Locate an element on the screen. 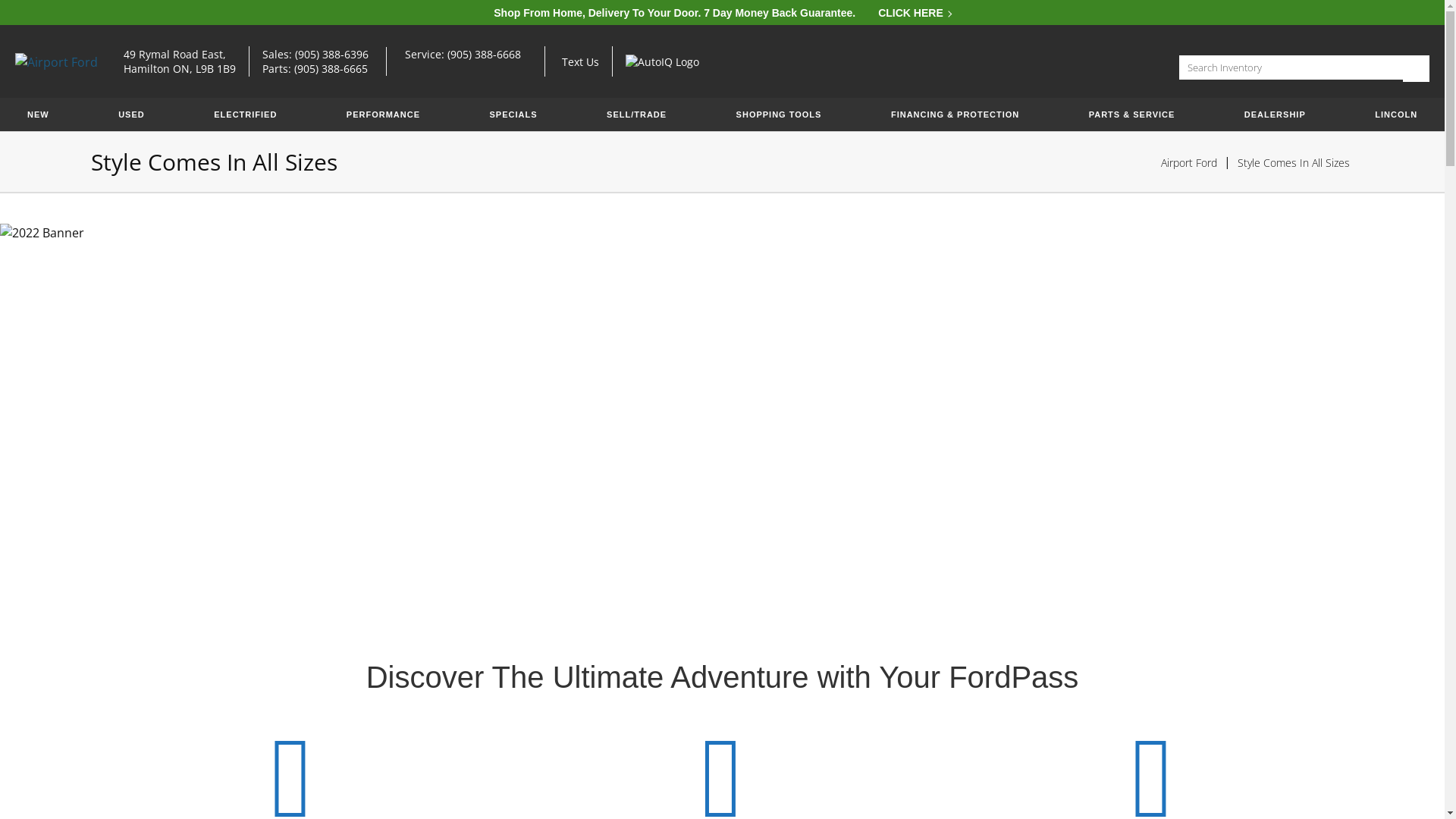 The image size is (1456, 819). '49 Rymal Road East, is located at coordinates (179, 61).